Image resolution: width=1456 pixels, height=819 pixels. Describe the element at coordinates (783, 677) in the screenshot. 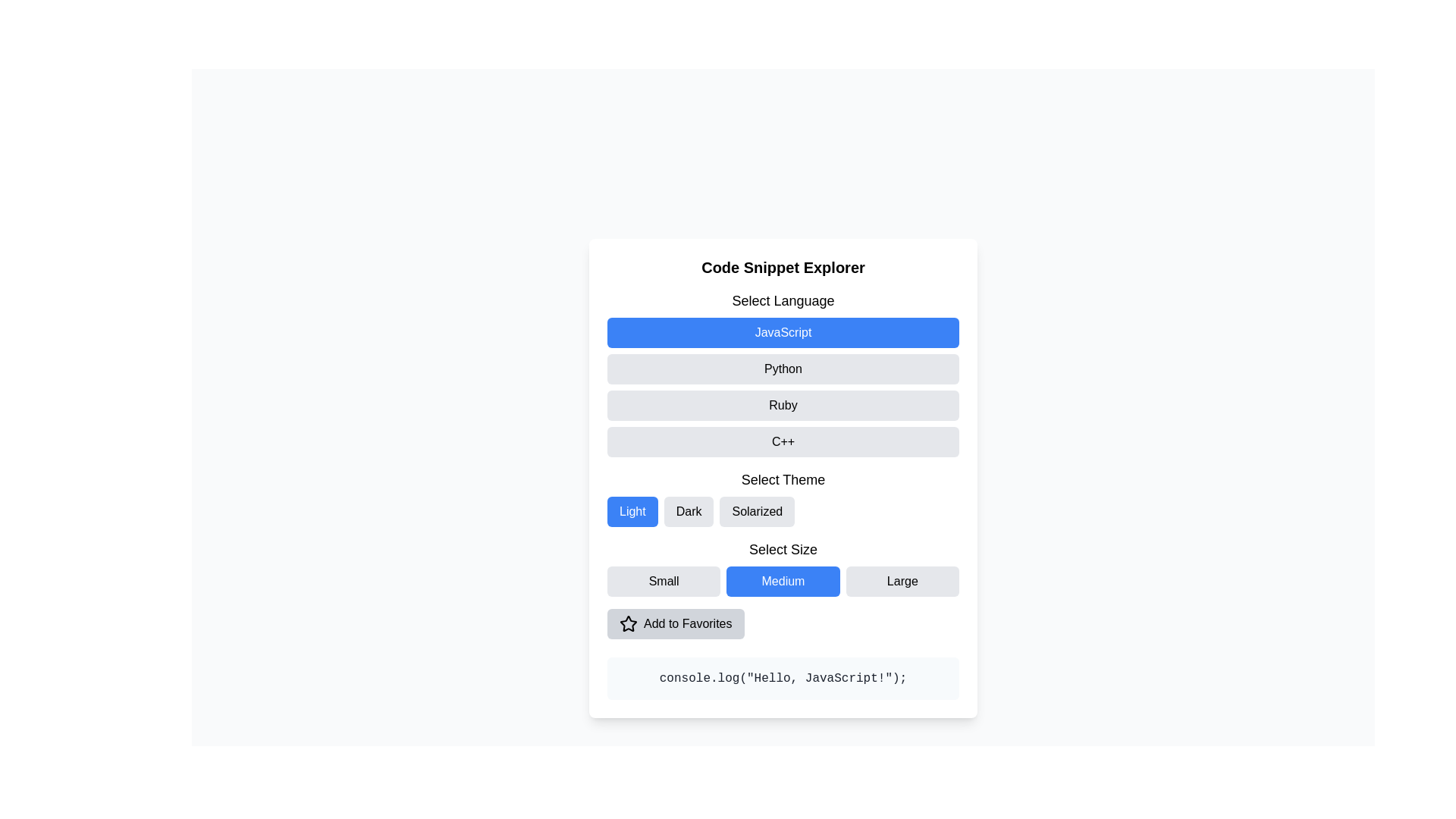

I see `the static text display showing 'console.log("Hello, JavaScript!");' which is located near the bottom of the interface` at that location.